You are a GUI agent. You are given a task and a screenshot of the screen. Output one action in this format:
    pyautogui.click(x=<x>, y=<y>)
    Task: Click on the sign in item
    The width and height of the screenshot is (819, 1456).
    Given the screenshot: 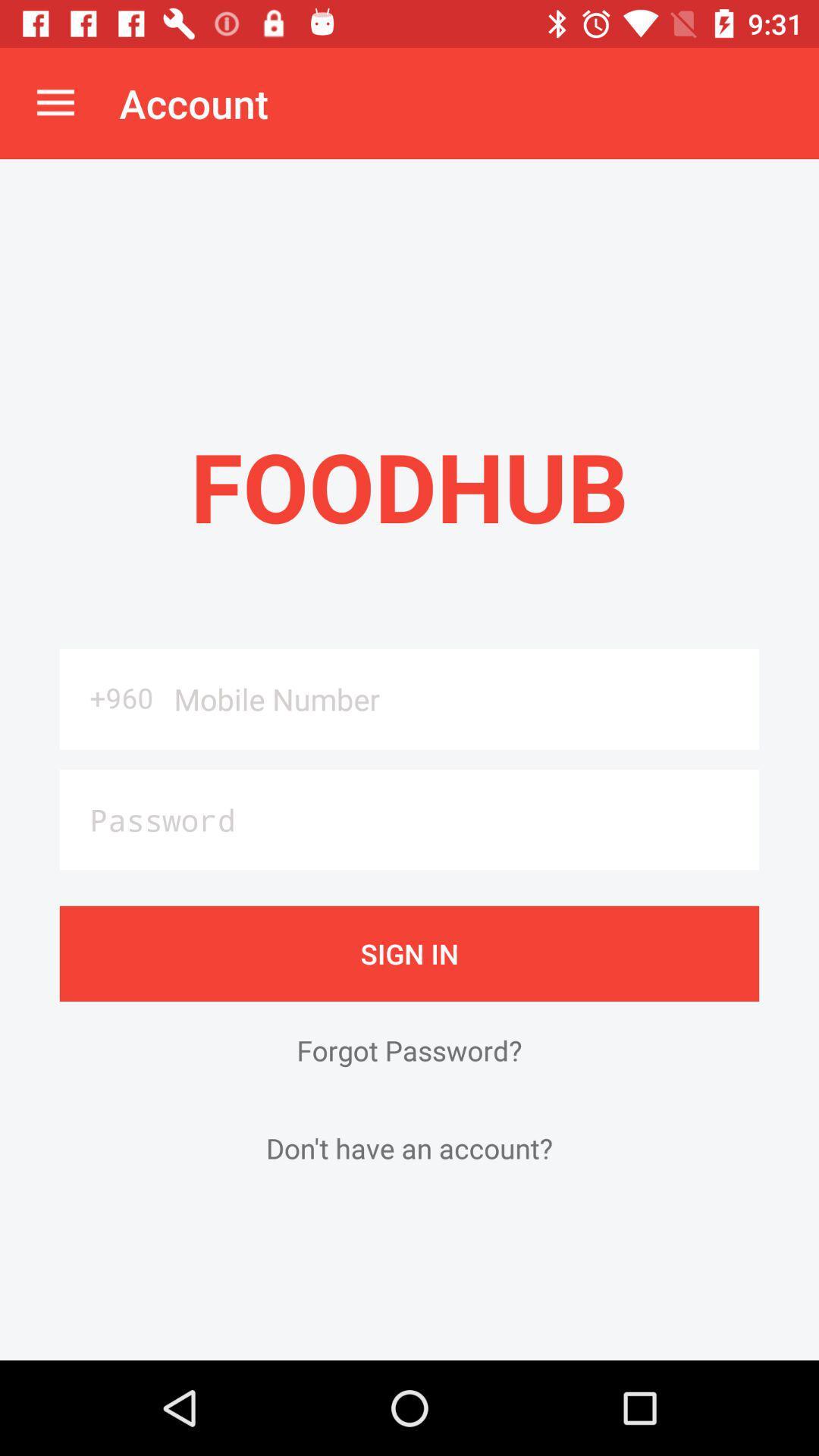 What is the action you would take?
    pyautogui.click(x=409, y=952)
    